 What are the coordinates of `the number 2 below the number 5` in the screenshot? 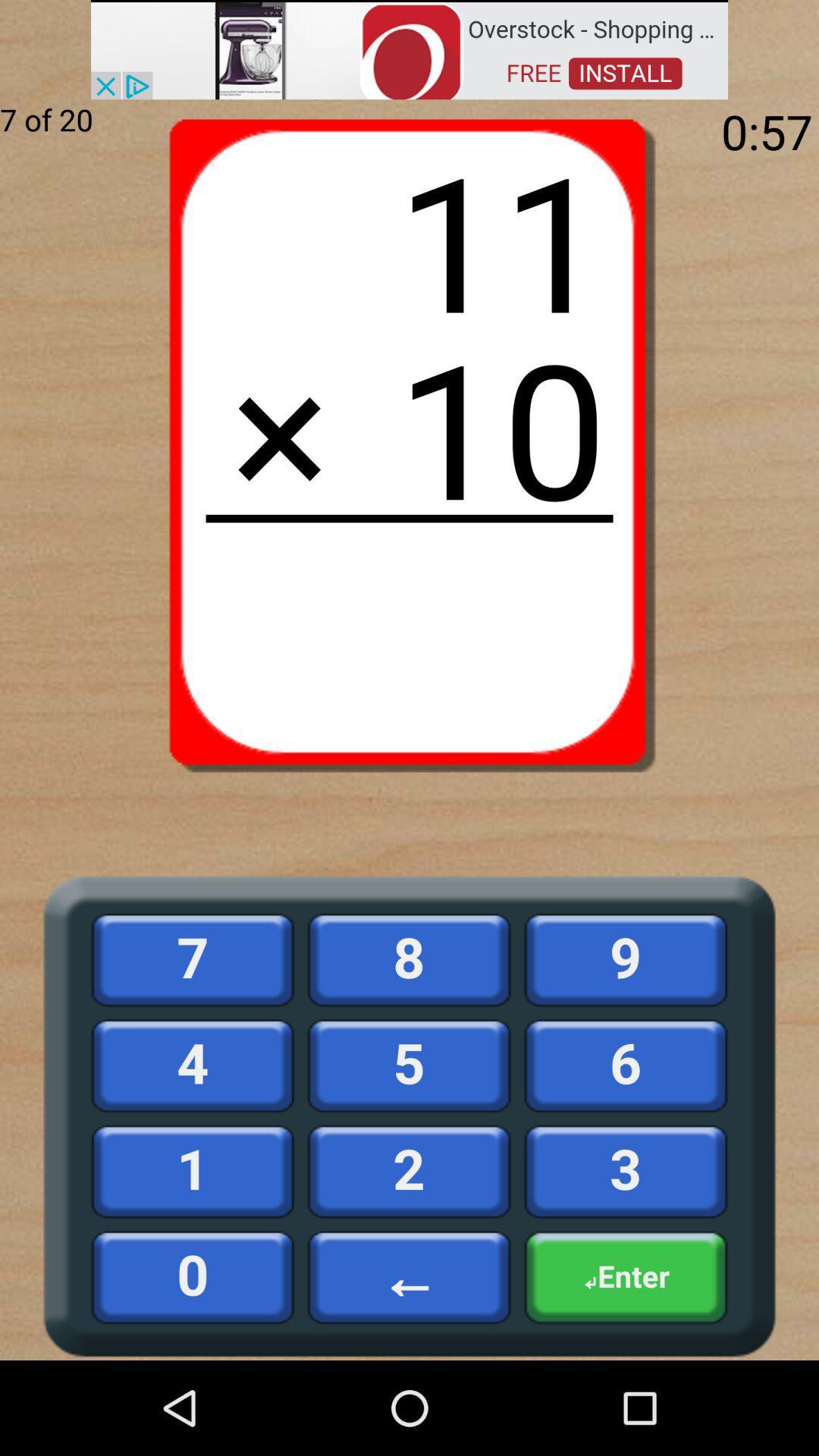 It's located at (409, 1171).